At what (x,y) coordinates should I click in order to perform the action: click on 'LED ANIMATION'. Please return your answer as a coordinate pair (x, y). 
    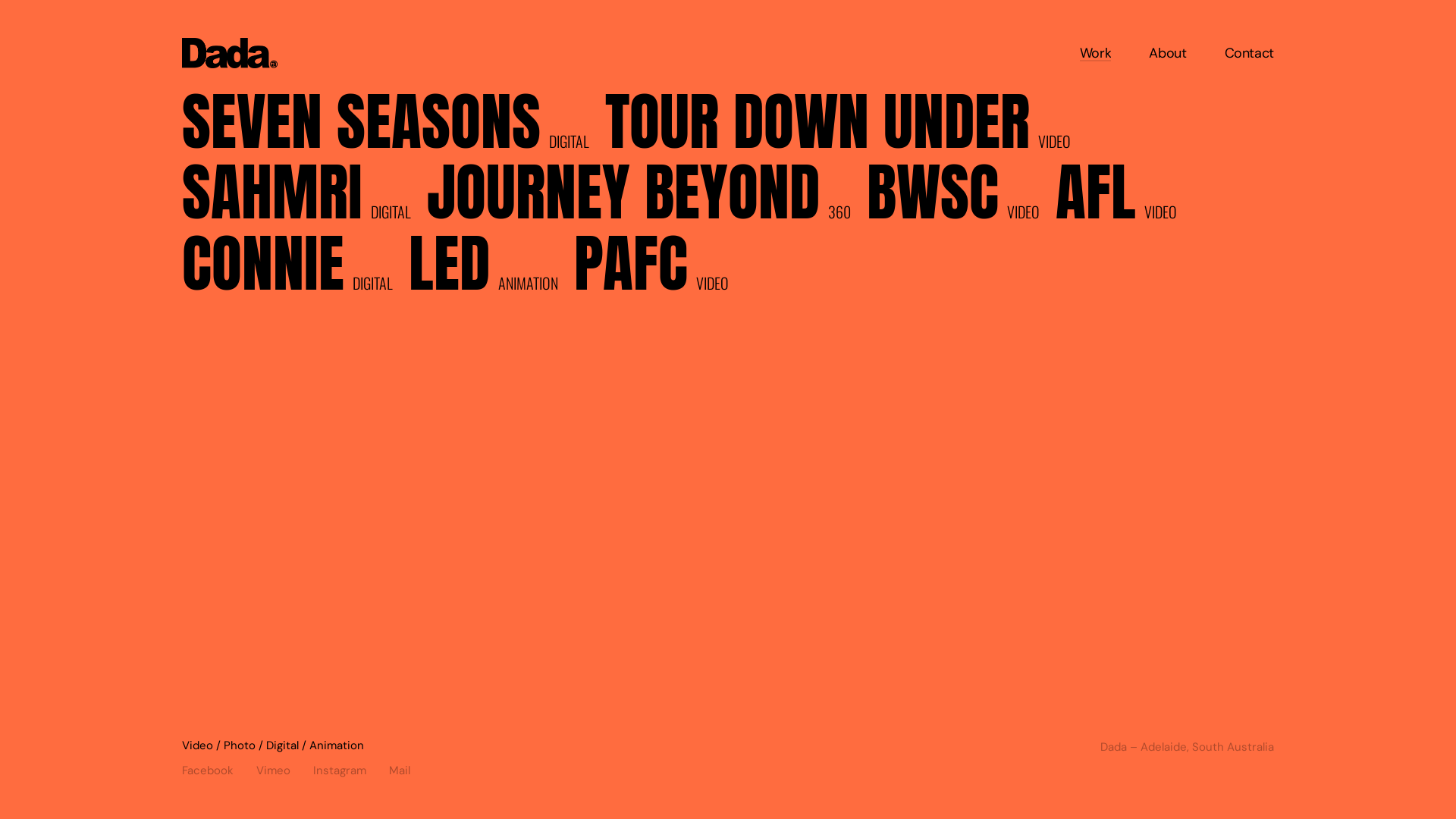
    Looking at the image, I should click on (491, 268).